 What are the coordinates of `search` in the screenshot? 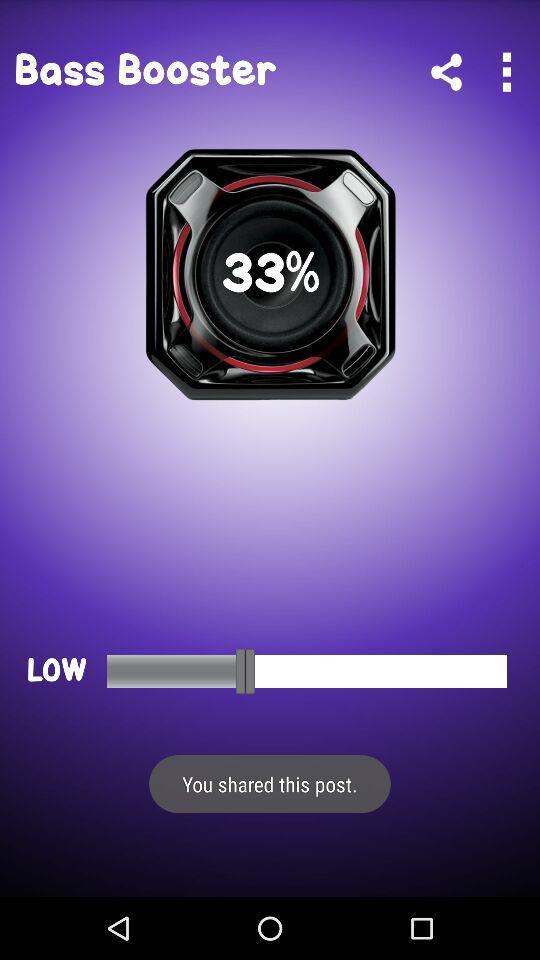 It's located at (505, 72).